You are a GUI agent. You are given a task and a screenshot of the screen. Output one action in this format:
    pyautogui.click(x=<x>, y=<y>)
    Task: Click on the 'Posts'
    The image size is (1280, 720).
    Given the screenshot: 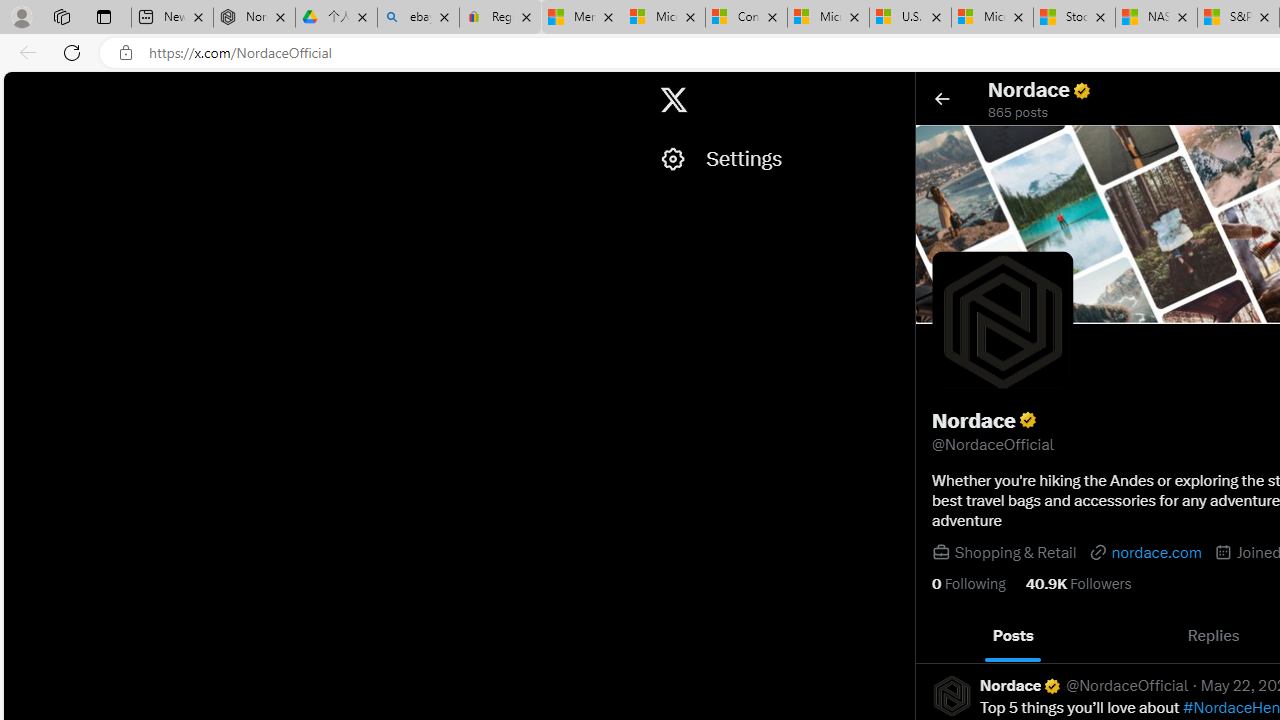 What is the action you would take?
    pyautogui.click(x=1013, y=636)
    